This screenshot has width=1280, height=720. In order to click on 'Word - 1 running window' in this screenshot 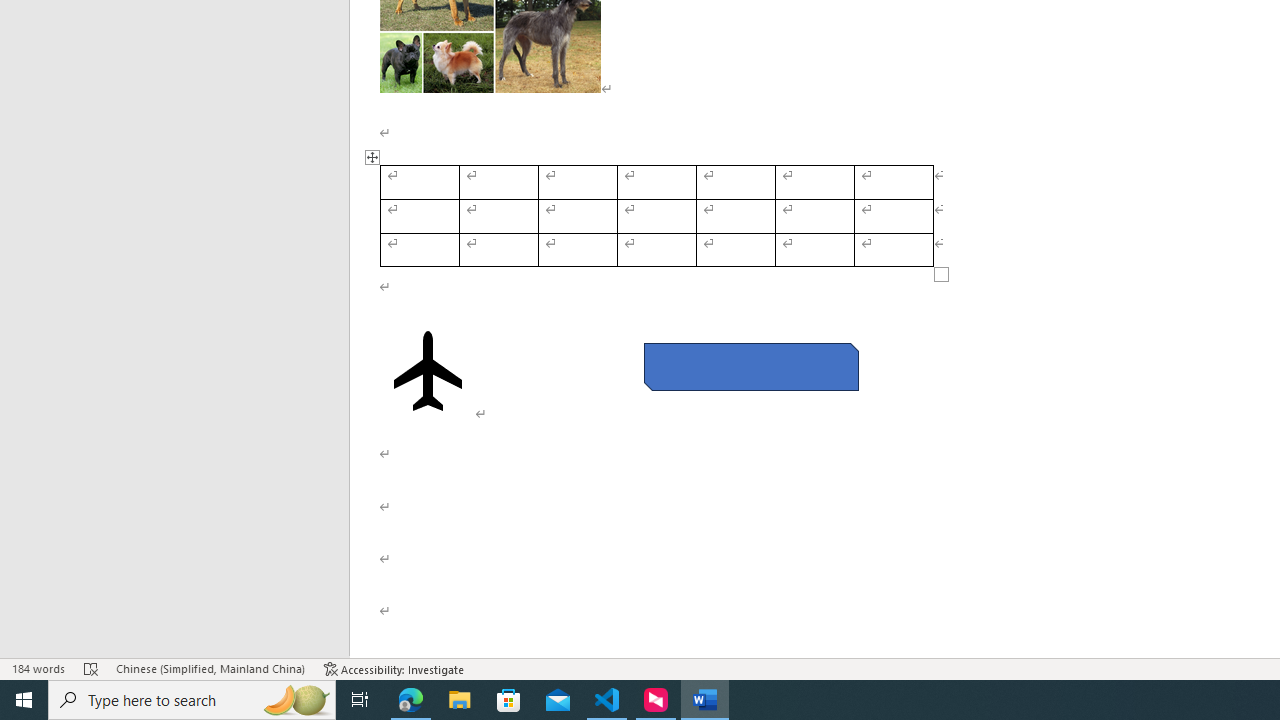, I will do `click(705, 698)`.